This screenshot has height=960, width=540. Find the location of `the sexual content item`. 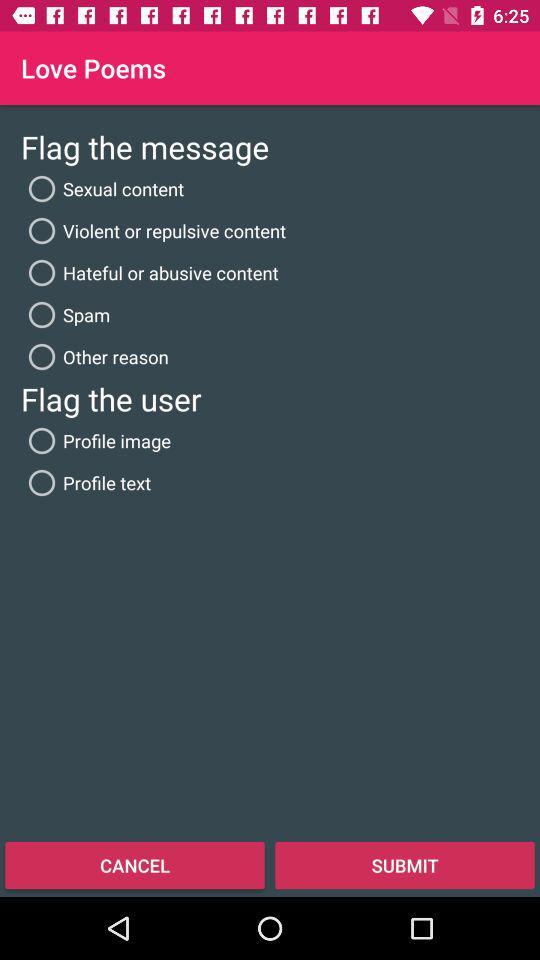

the sexual content item is located at coordinates (102, 189).